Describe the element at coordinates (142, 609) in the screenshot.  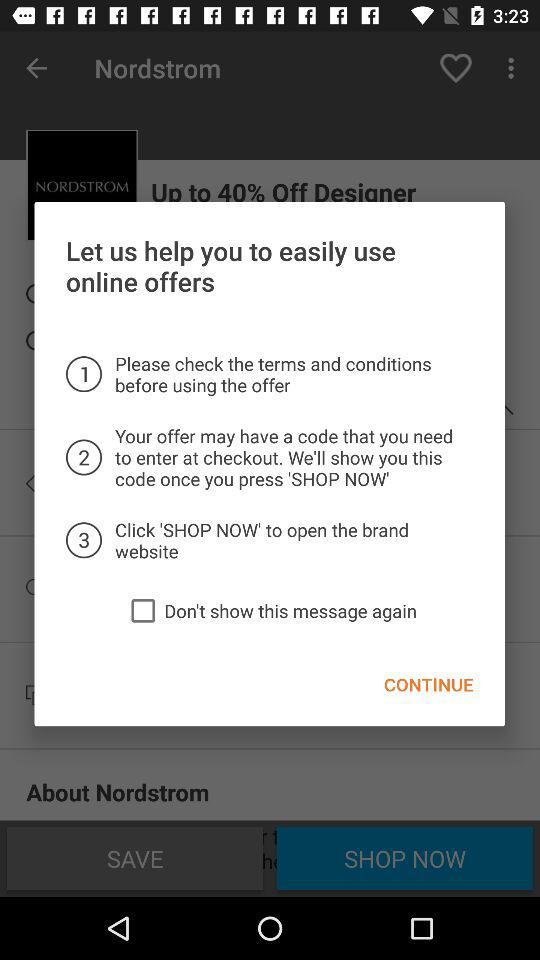
I see `icon next to don t show item` at that location.